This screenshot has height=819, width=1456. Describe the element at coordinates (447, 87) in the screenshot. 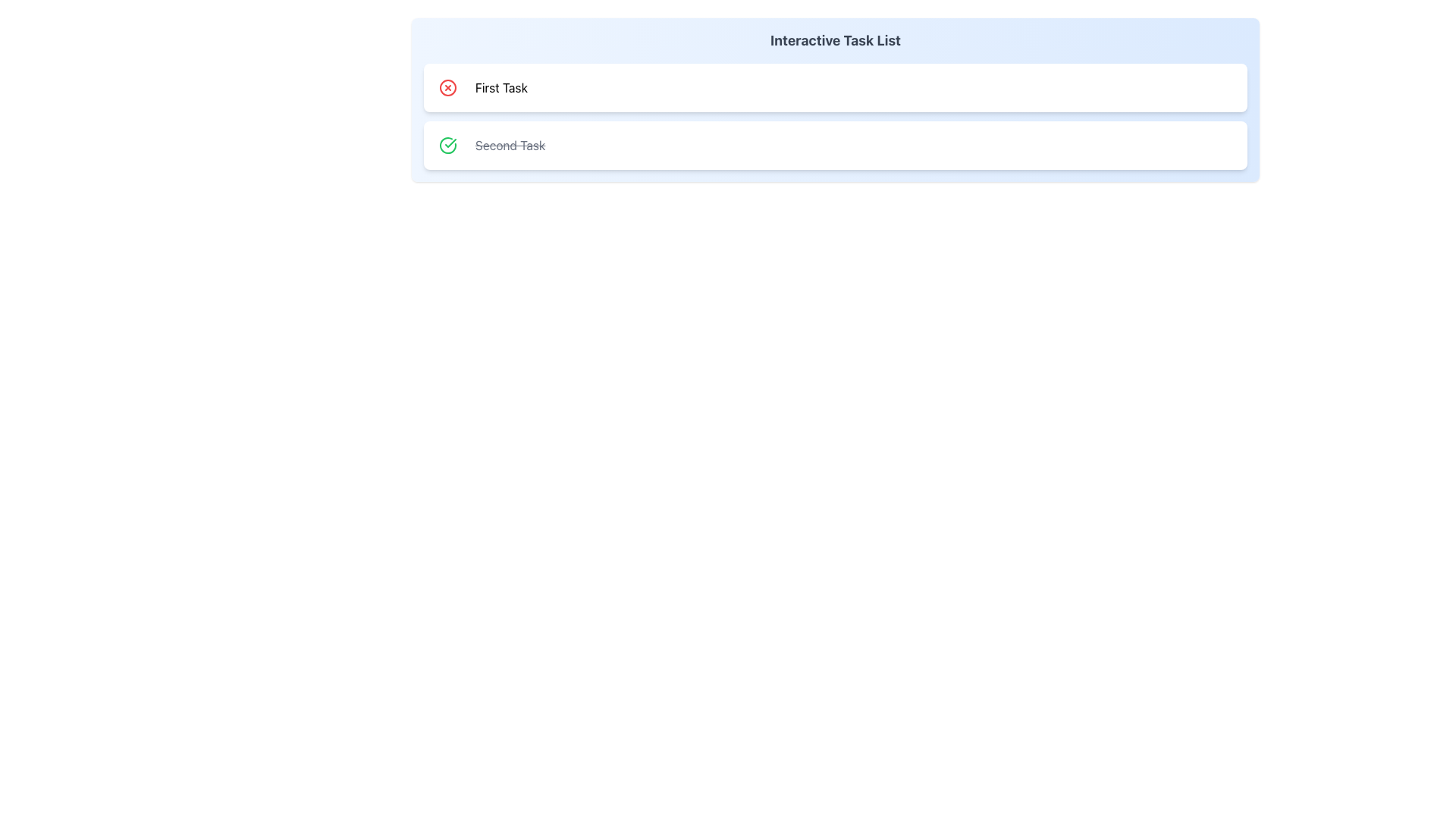

I see `the deletion or cancellation icon located to the left of the 'First Task' text in the top task item of the vertical list view` at that location.